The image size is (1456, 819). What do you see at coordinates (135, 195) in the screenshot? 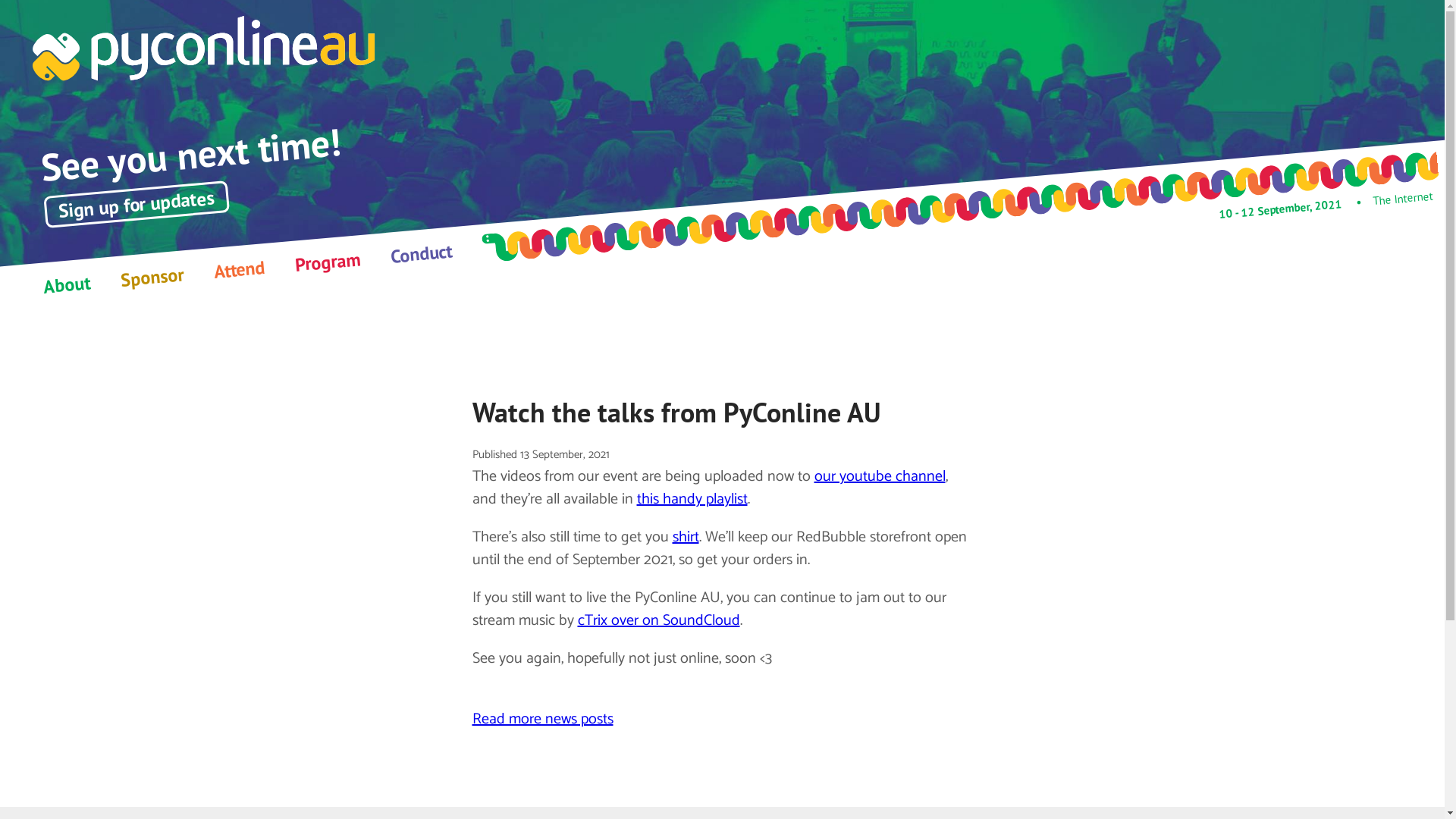
I see `'Sign up for updates'` at bounding box center [135, 195].